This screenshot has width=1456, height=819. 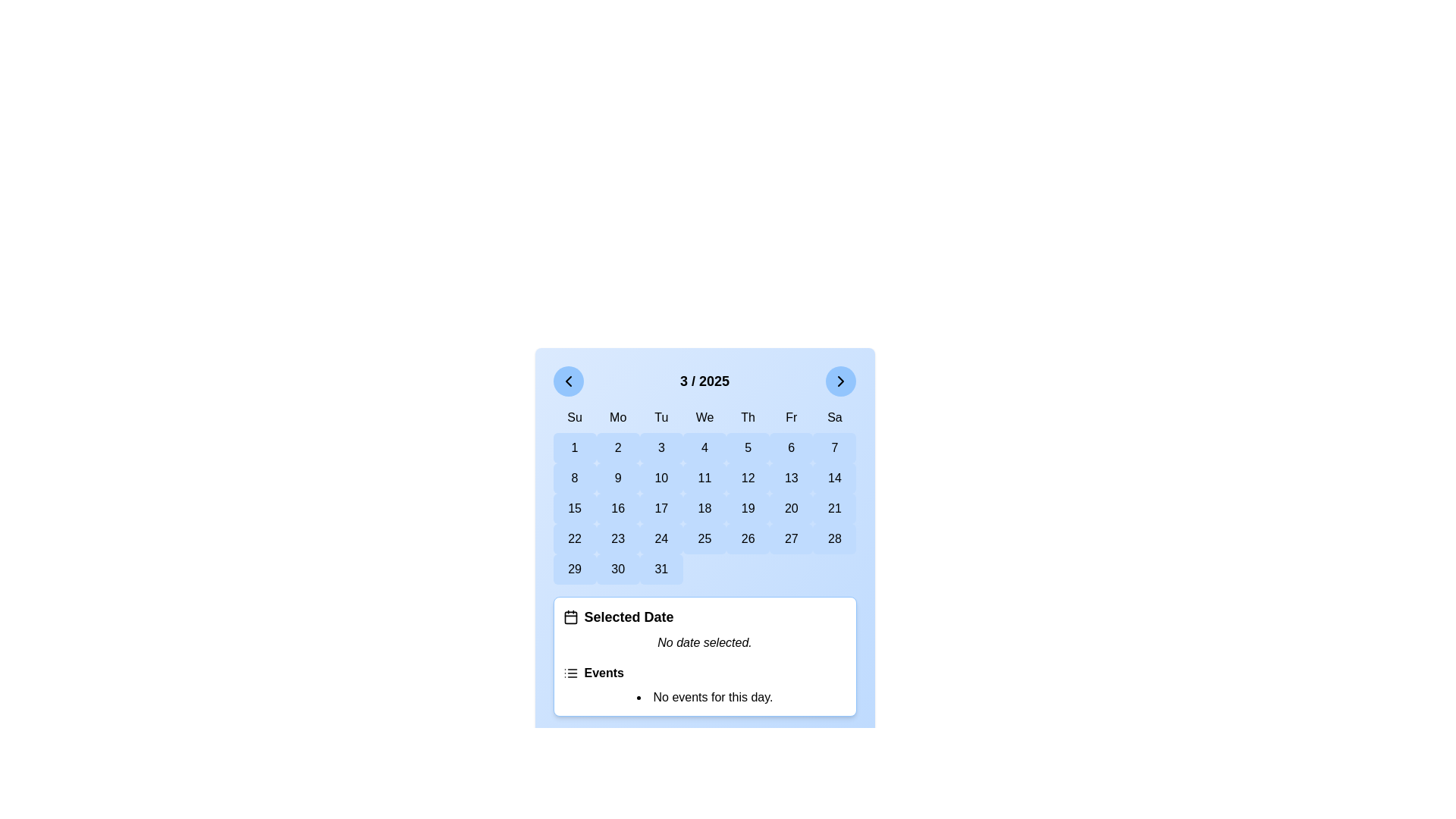 What do you see at coordinates (574, 538) in the screenshot?
I see `the button representing the 22nd day of the month in the calendar view for navigation` at bounding box center [574, 538].